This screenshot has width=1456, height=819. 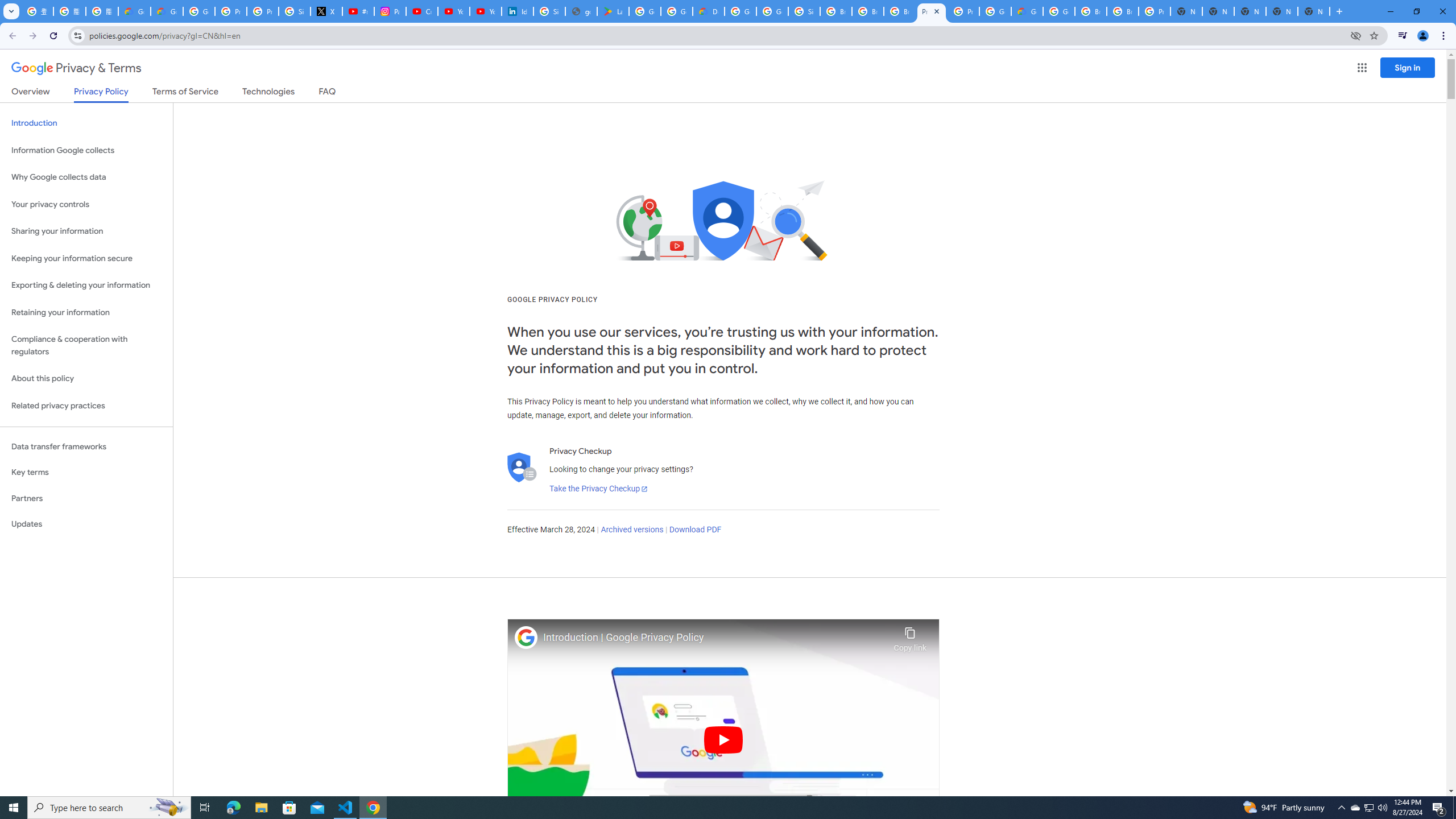 I want to click on 'Terms of Service', so click(x=185, y=93).